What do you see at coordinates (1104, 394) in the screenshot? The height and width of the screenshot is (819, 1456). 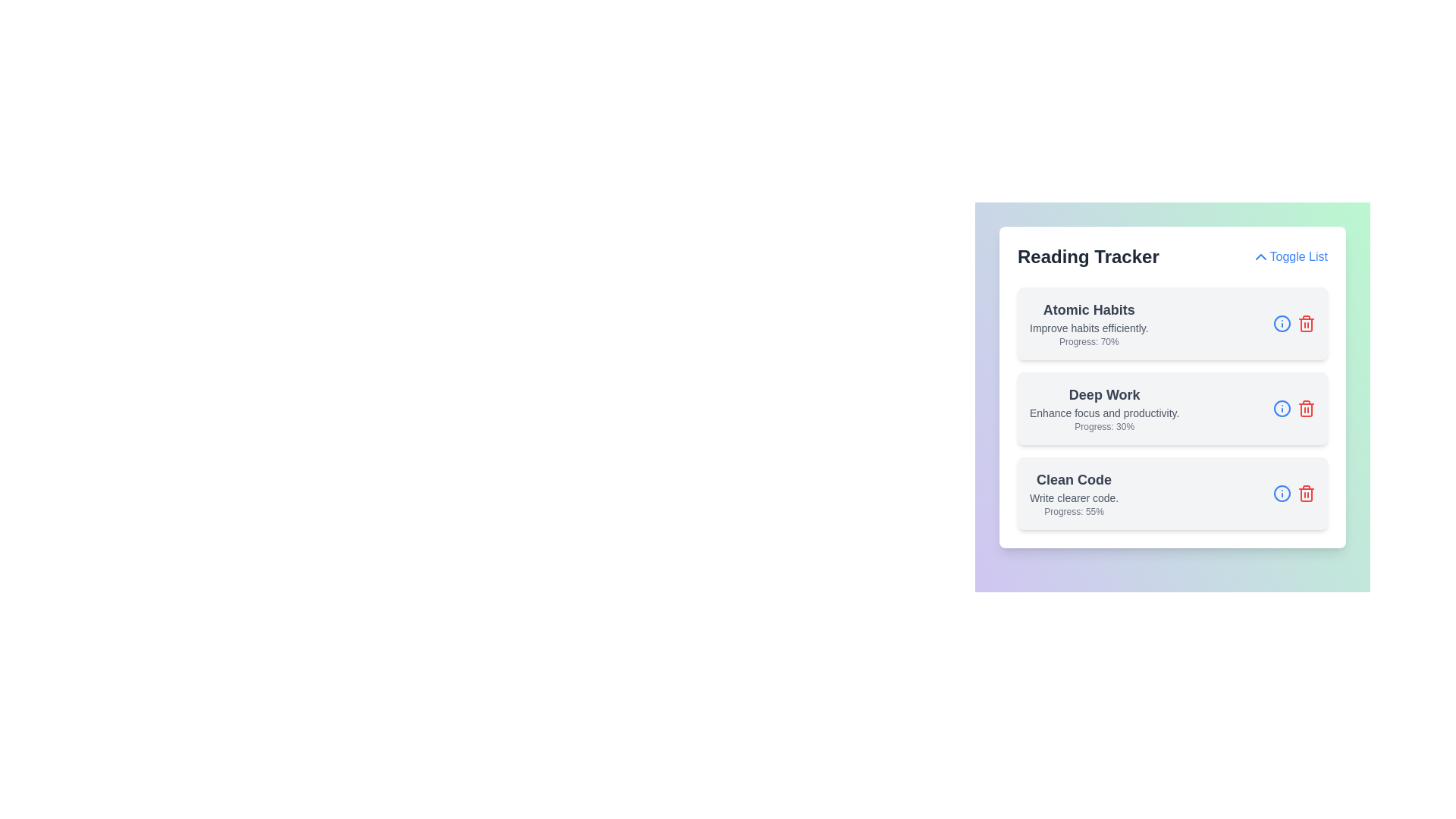 I see `the text label 'Deep Work' which is styled in bold dark gray and is positioned at the top center of the list item card` at bounding box center [1104, 394].